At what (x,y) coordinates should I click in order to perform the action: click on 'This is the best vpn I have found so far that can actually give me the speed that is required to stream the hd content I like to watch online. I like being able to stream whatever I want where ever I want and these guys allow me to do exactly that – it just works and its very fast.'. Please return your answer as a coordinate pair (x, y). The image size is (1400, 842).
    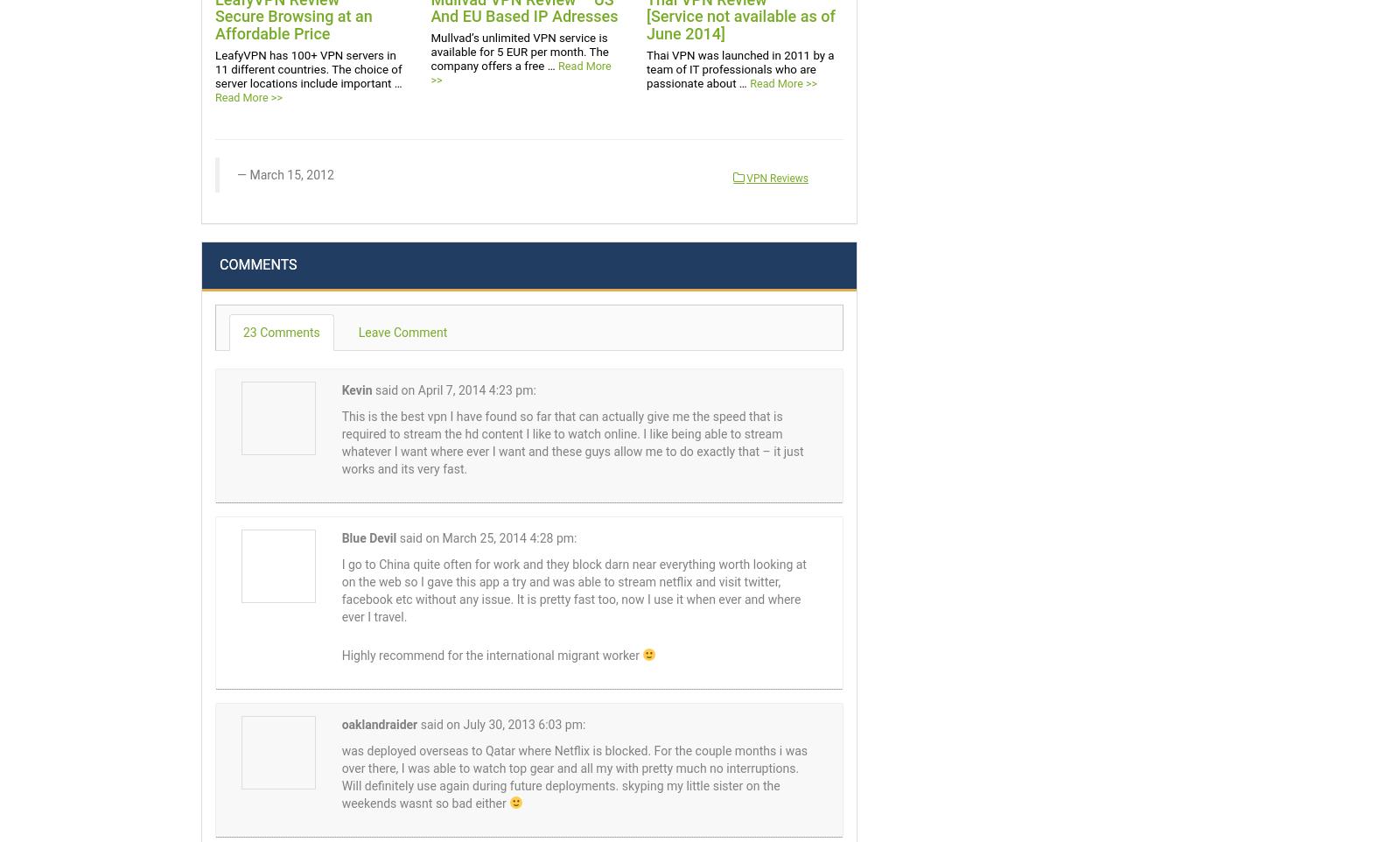
    Looking at the image, I should click on (572, 440).